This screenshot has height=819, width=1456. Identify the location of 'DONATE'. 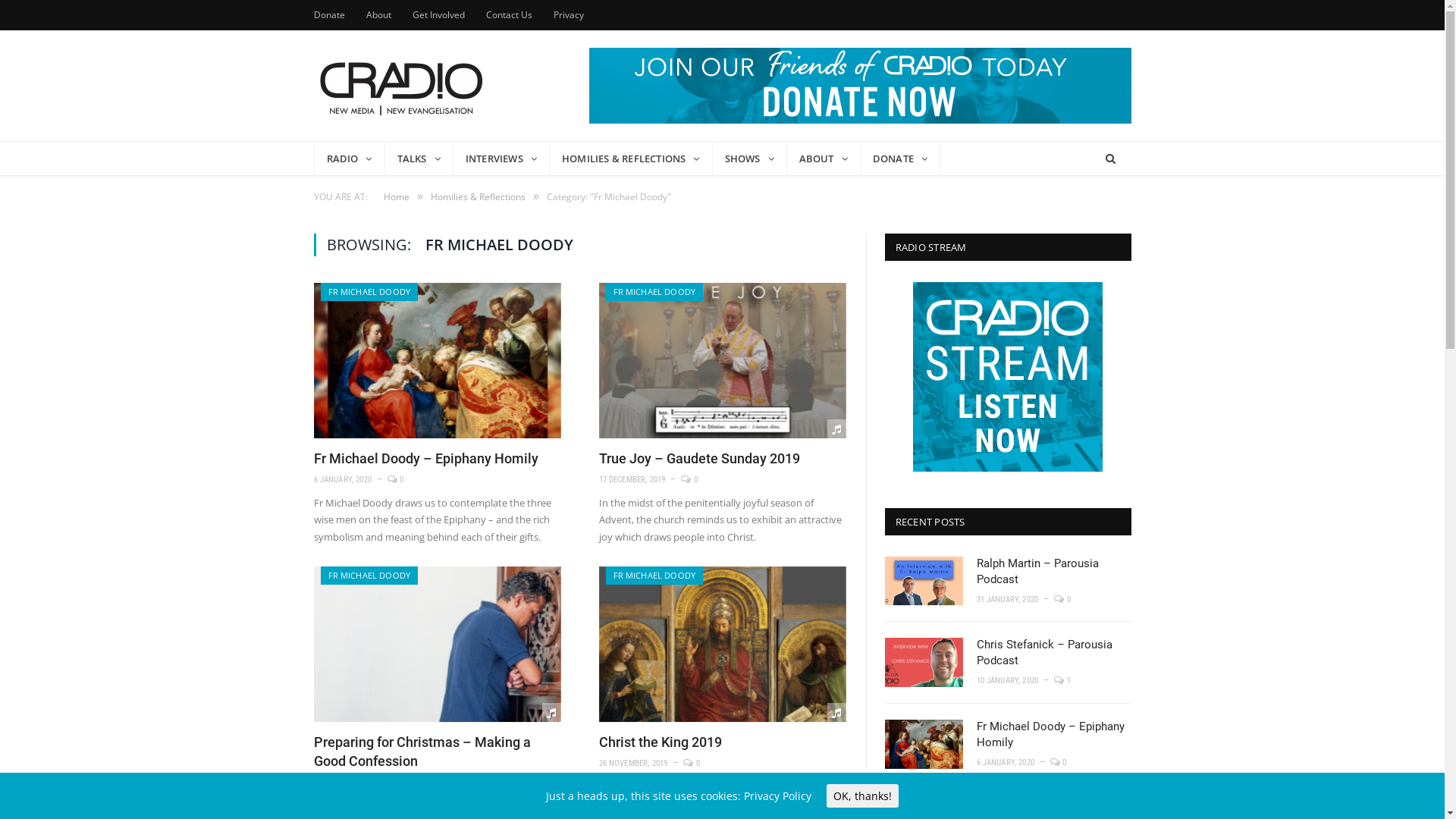
(900, 158).